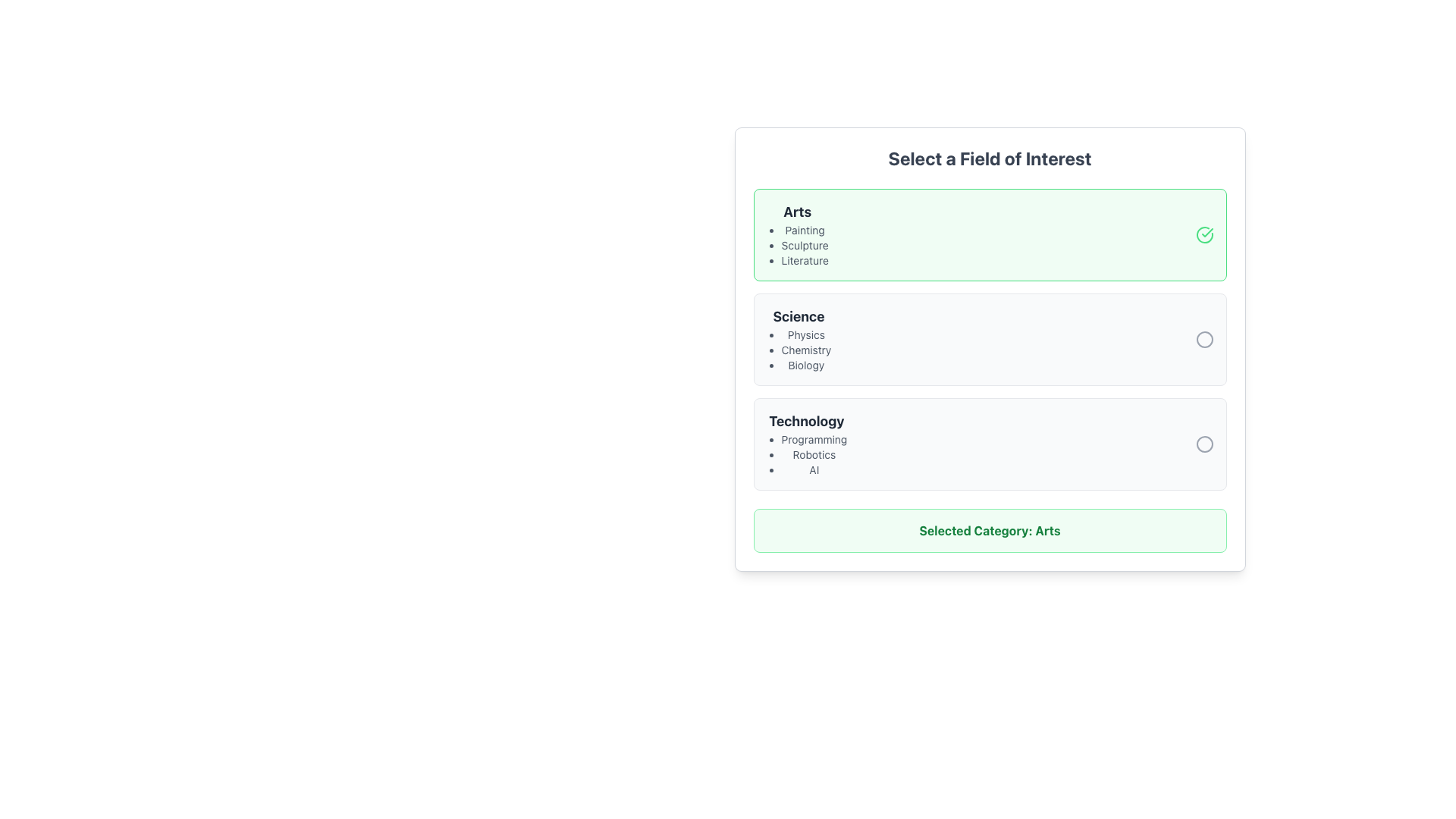  Describe the element at coordinates (990, 338) in the screenshot. I see `the selectable list item labeled 'Science', which is the second item in a vertical stack, positioned between 'Arts' and 'Technology'` at that location.